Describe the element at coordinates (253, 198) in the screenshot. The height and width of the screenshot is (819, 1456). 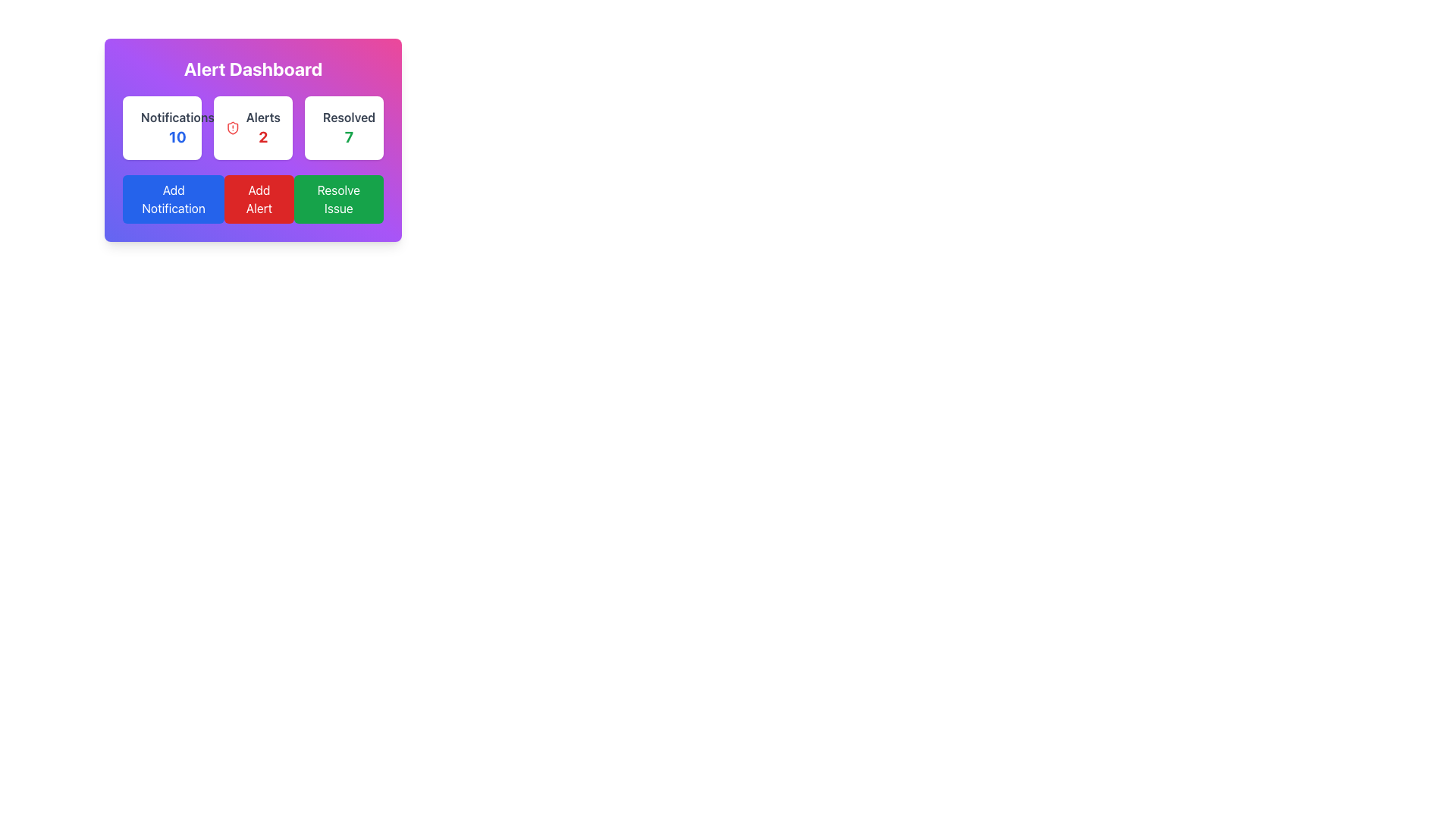
I see `the 'Add Alert' button located in the 'Alert Dashboard' panel to observe the hover effect` at that location.